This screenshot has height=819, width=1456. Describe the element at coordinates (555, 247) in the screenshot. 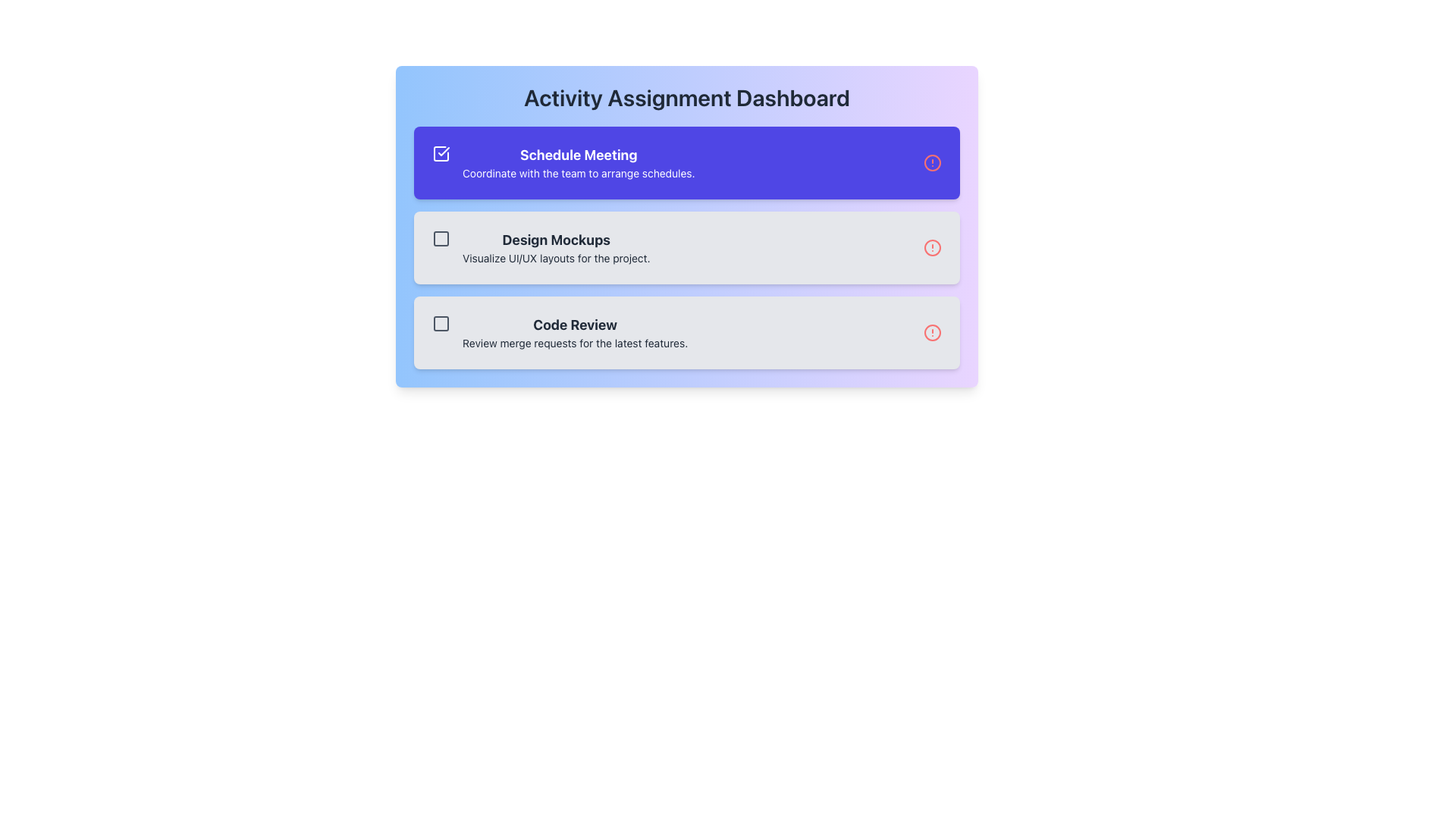

I see `the 'Design Mockups' text block element` at that location.